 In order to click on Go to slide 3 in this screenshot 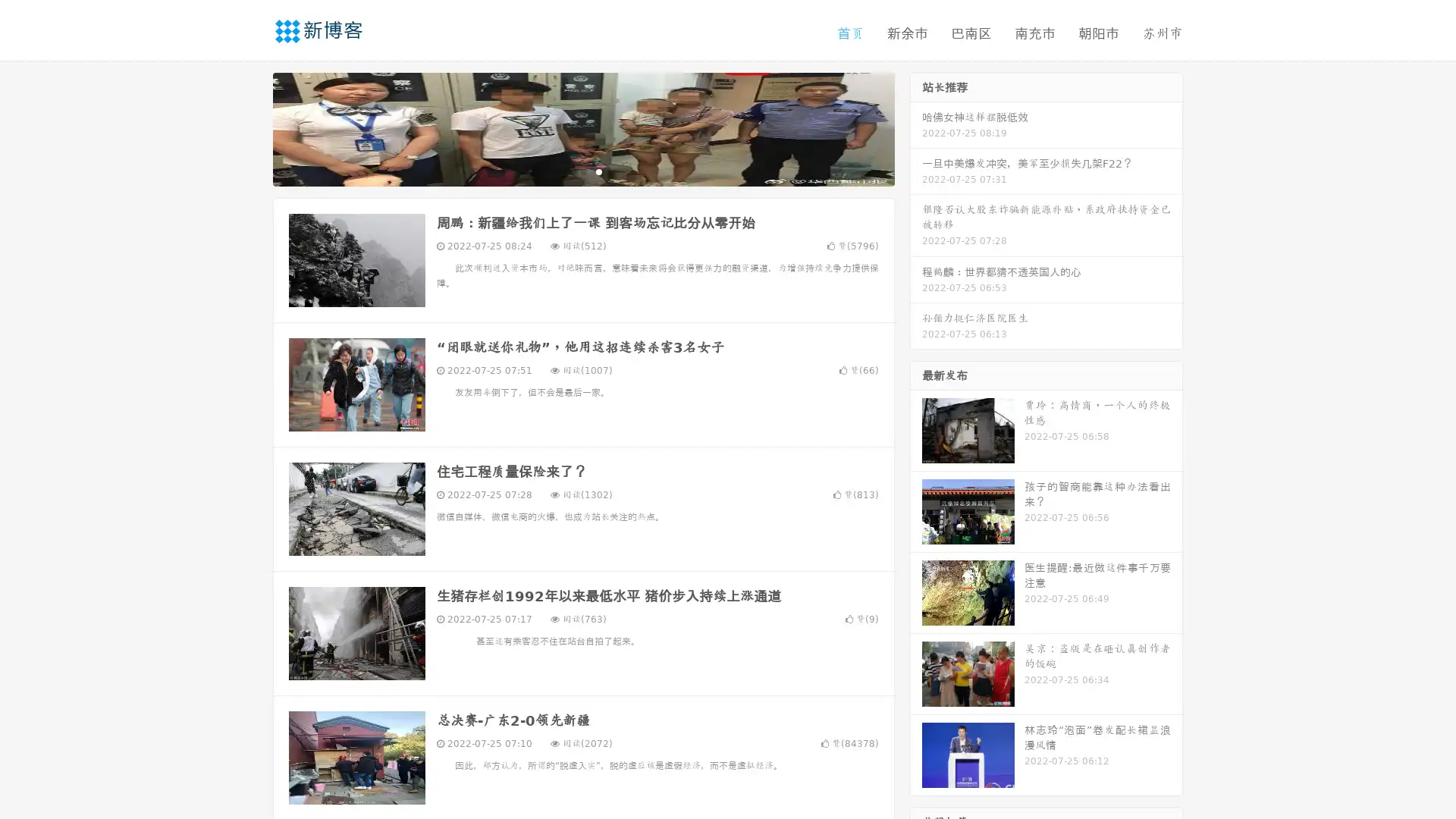, I will do `click(598, 171)`.